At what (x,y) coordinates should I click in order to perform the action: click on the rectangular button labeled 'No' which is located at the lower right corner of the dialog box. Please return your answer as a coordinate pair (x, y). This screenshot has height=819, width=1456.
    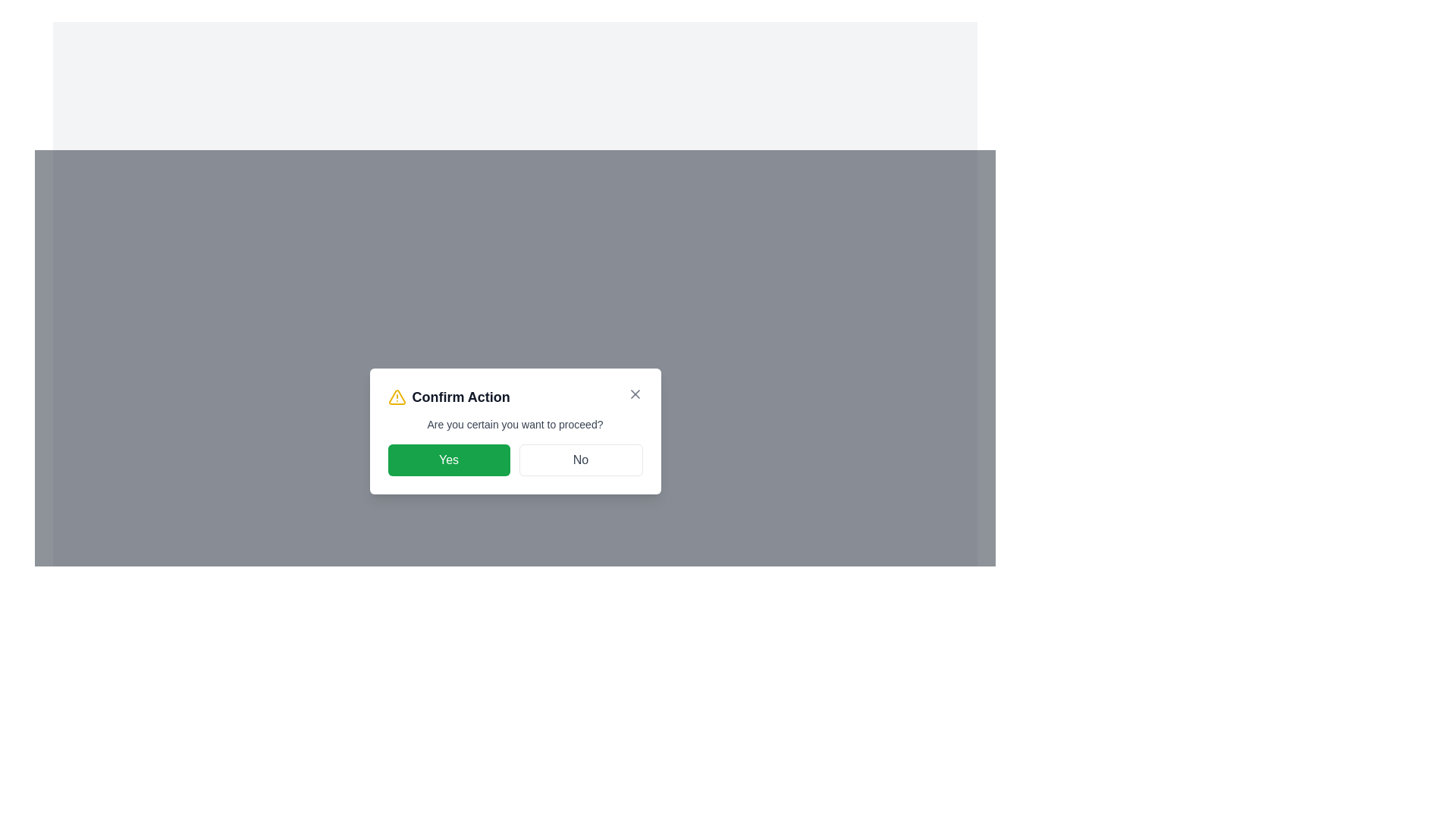
    Looking at the image, I should click on (580, 459).